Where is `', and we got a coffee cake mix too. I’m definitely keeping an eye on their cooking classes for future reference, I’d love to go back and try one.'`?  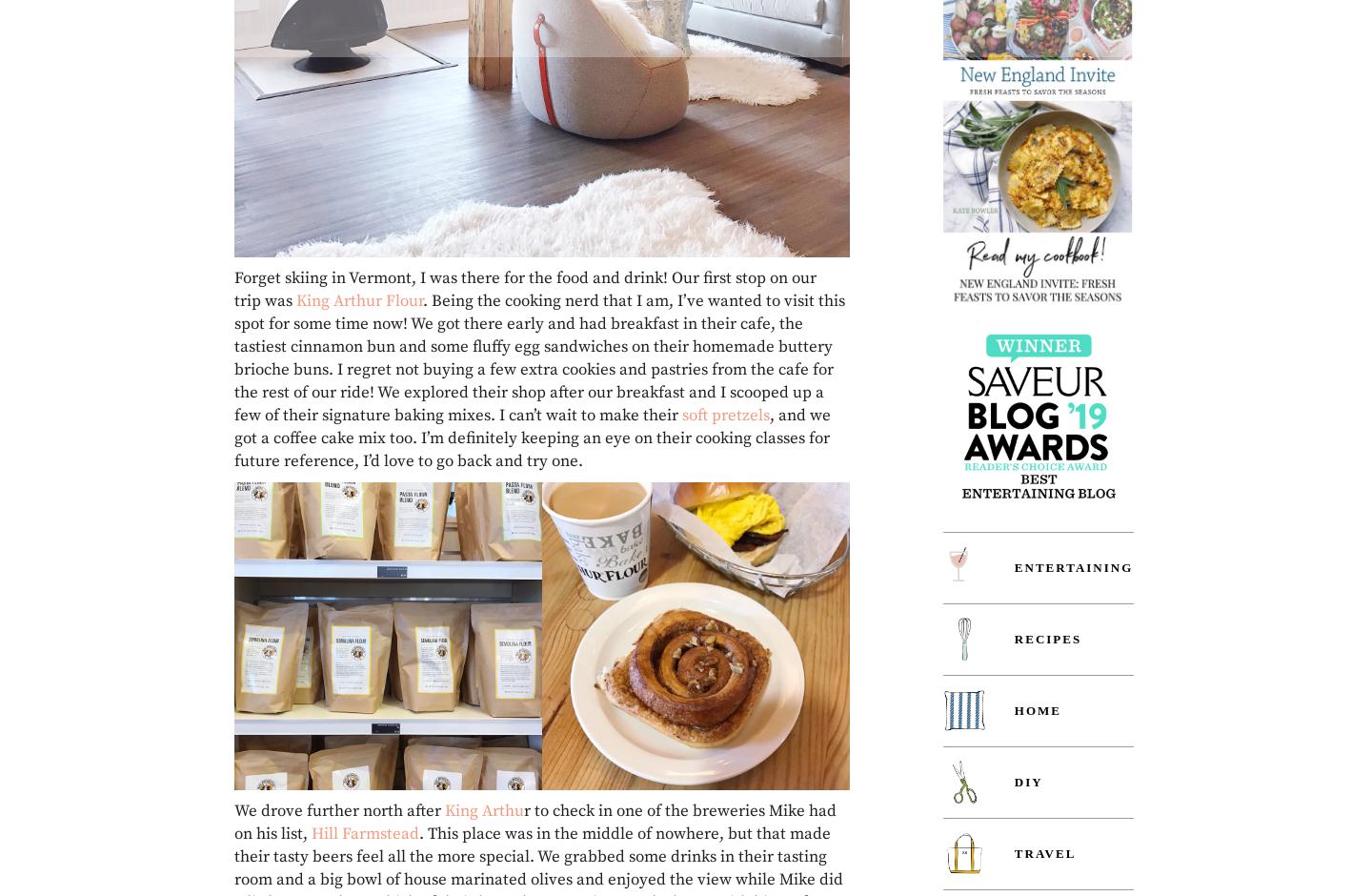
', and we got a coffee cake mix too. I’m definitely keeping an eye on their cooking classes for future reference, I’d love to go back and try one.' is located at coordinates (232, 437).